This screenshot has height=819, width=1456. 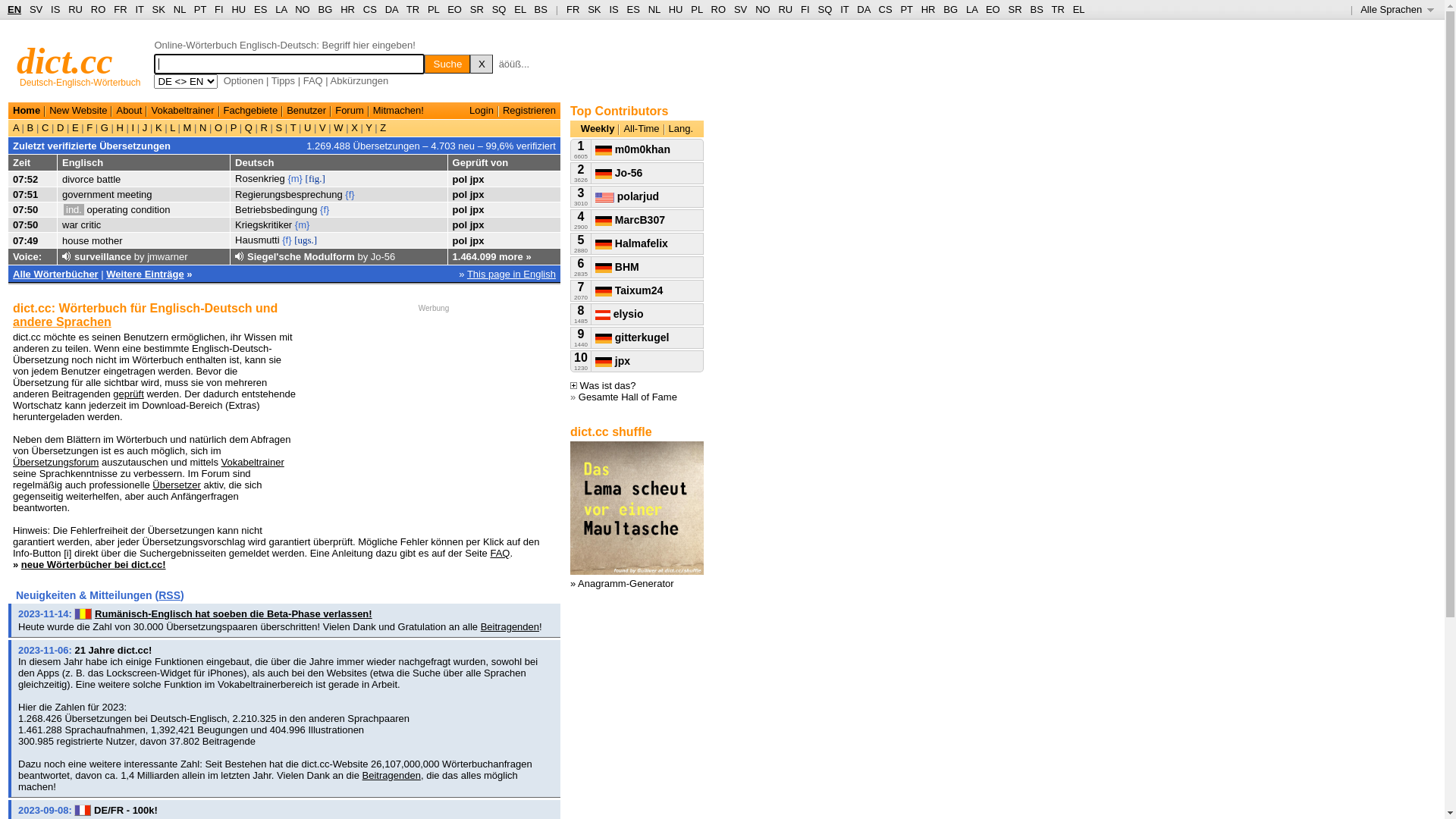 I want to click on 'New Website', so click(x=77, y=109).